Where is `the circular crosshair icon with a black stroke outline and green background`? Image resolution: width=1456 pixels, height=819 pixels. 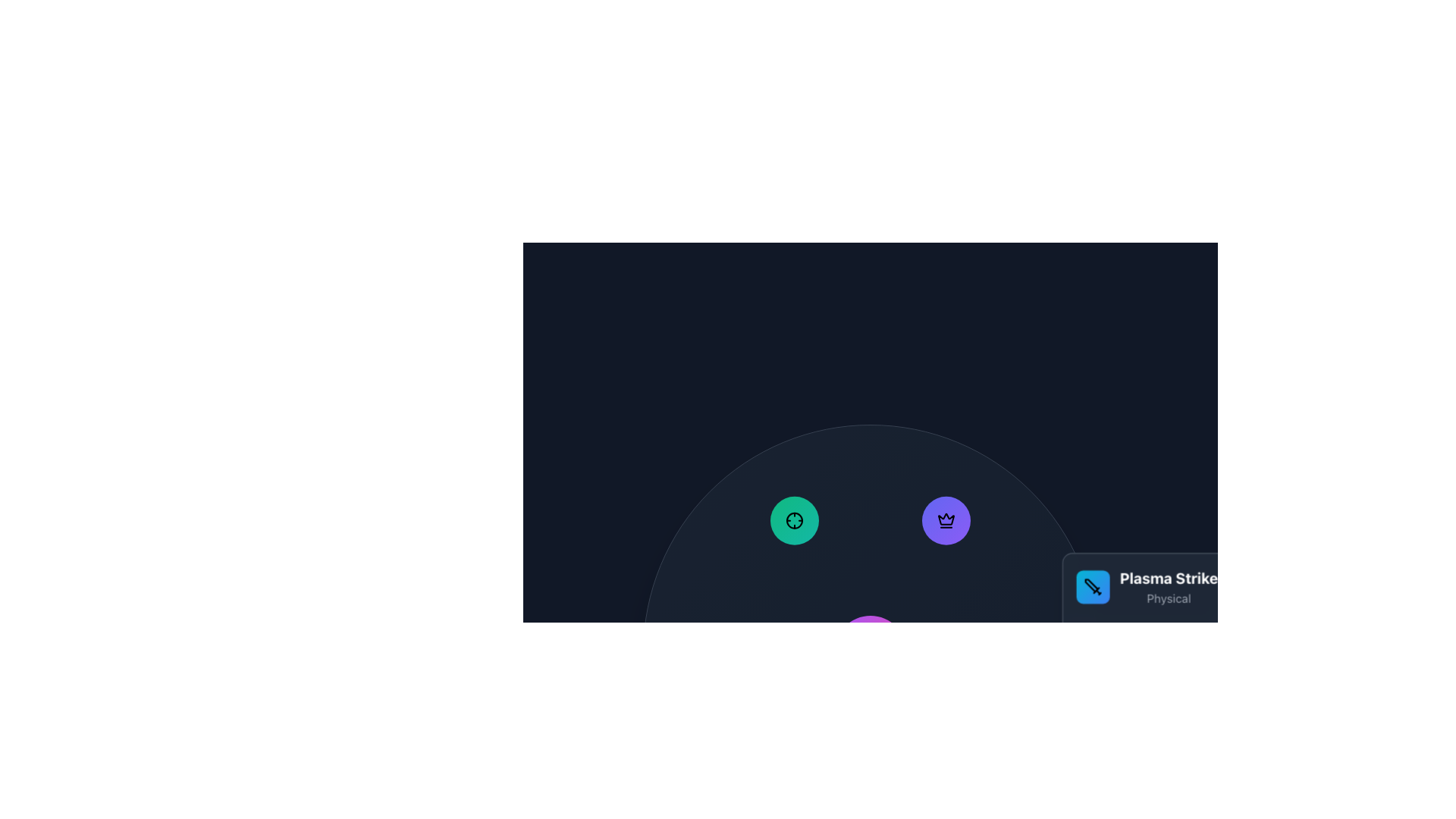
the circular crosshair icon with a black stroke outline and green background is located at coordinates (793, 519).